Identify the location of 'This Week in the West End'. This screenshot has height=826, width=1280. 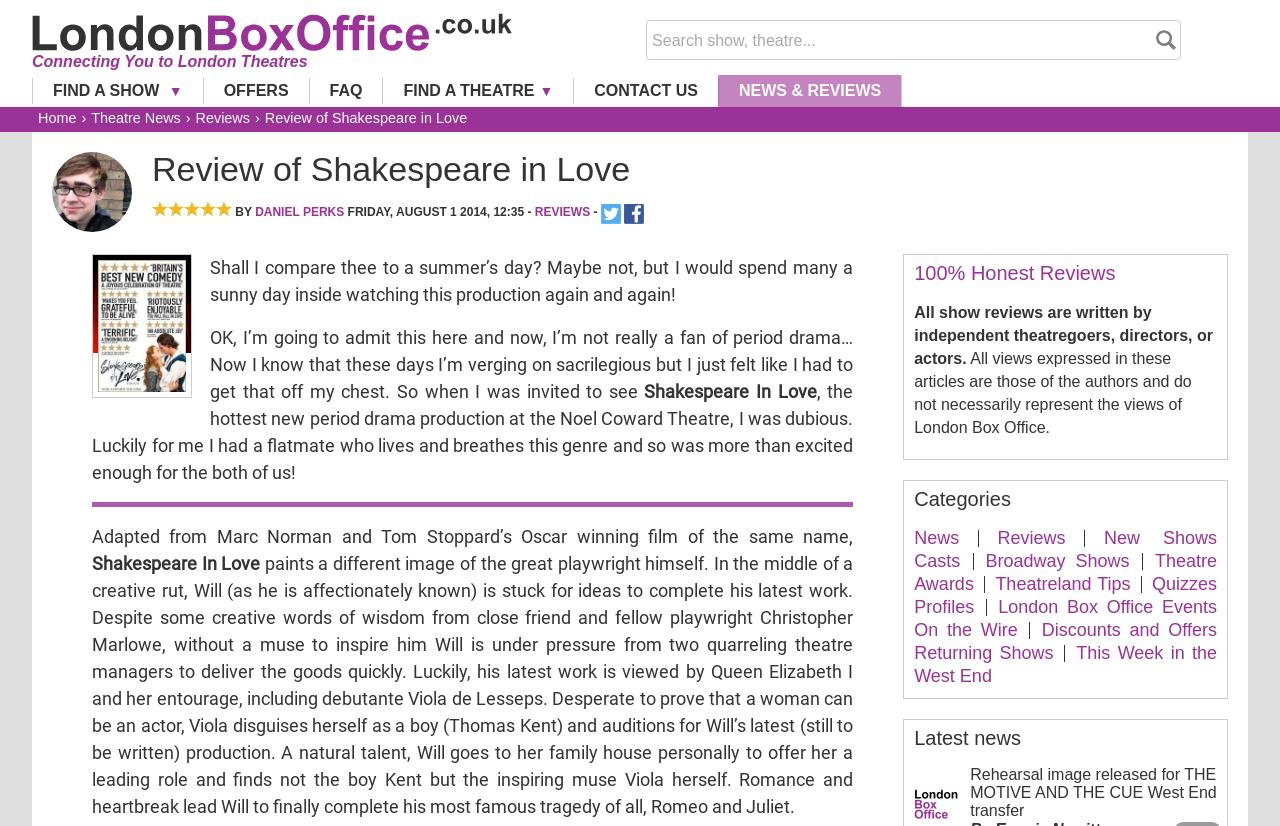
(913, 663).